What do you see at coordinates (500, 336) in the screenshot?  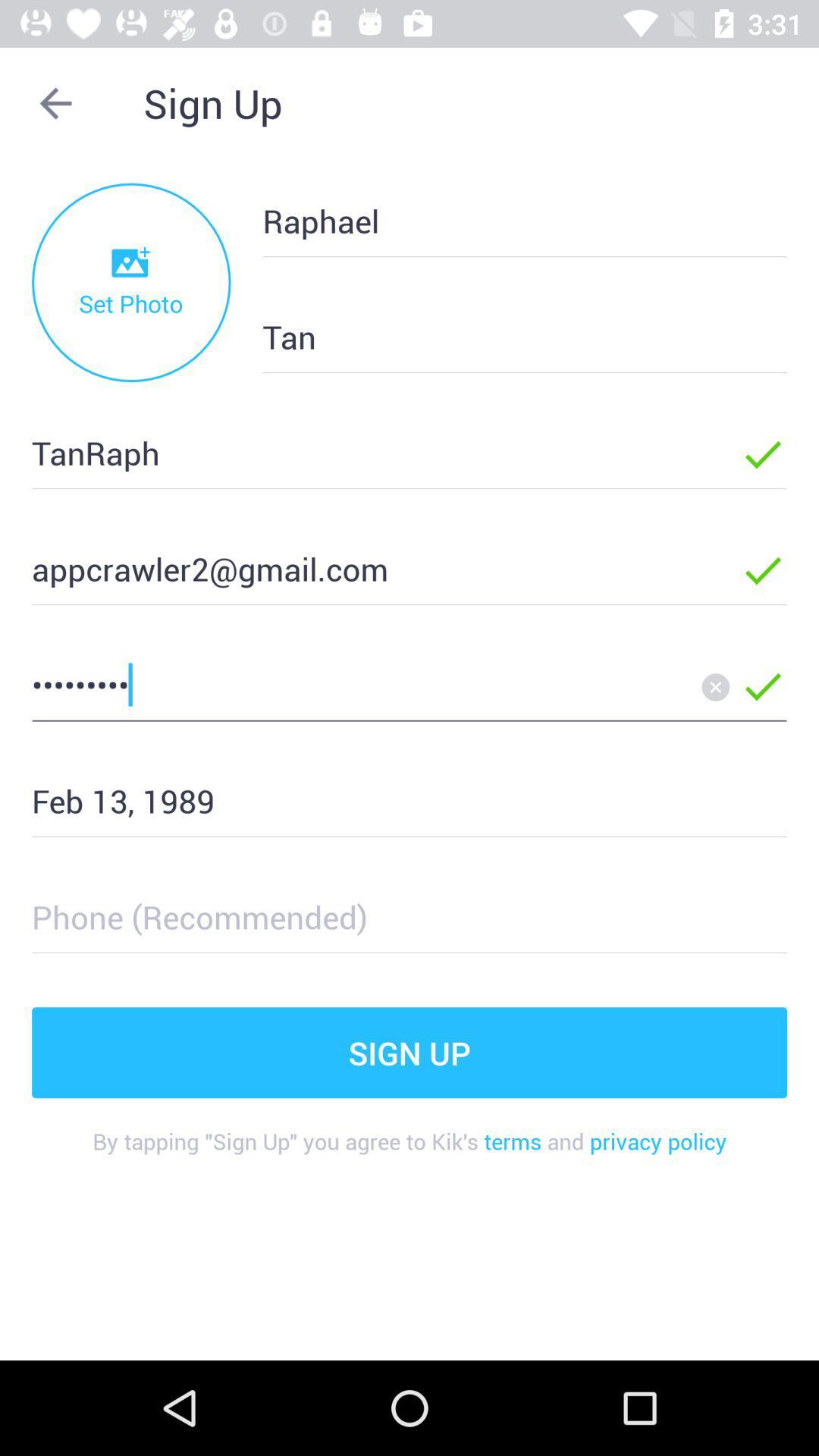 I see `the tan icon` at bounding box center [500, 336].